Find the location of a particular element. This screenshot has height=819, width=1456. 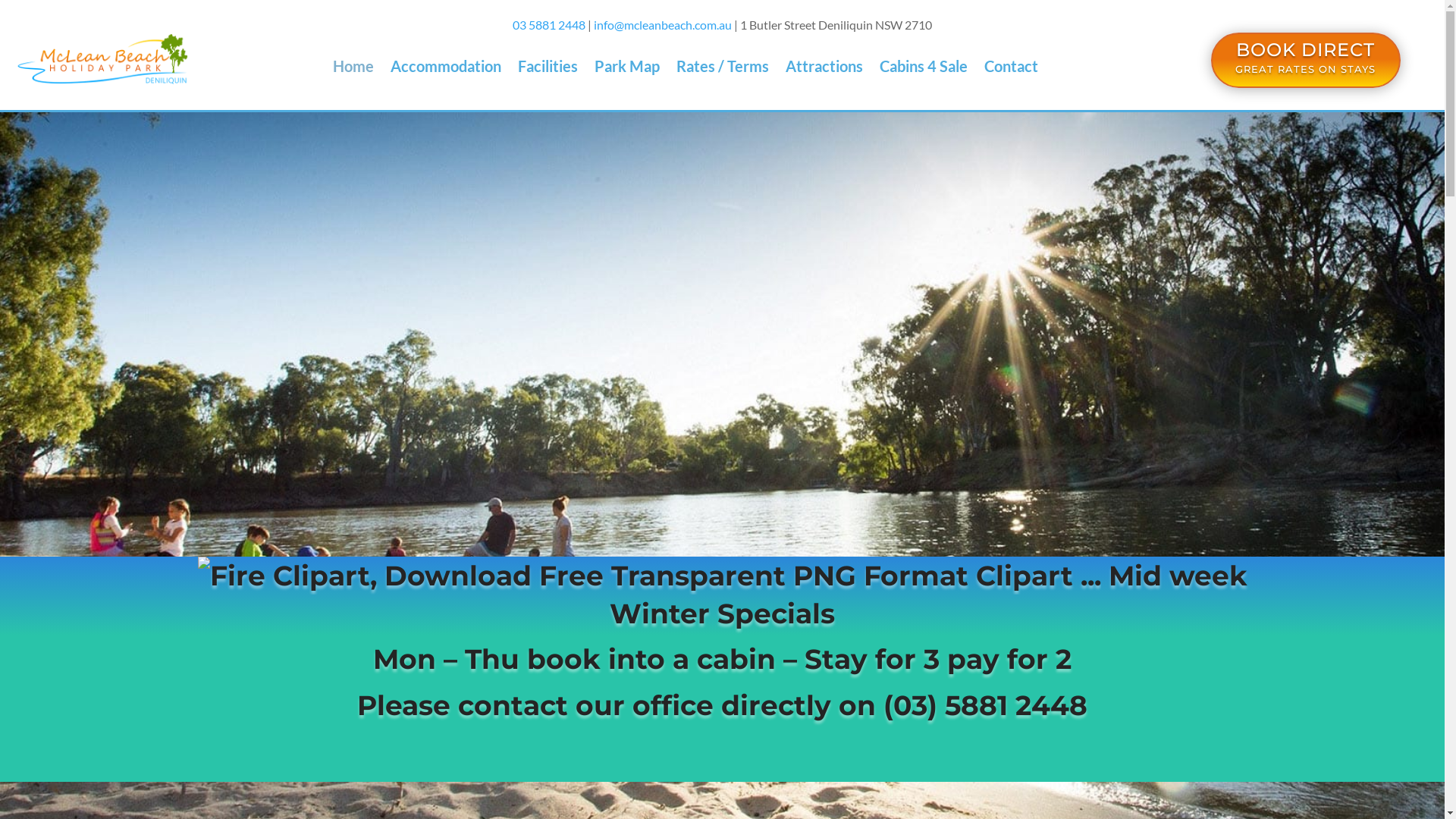

'Cabins 4 Sale' is located at coordinates (880, 69).